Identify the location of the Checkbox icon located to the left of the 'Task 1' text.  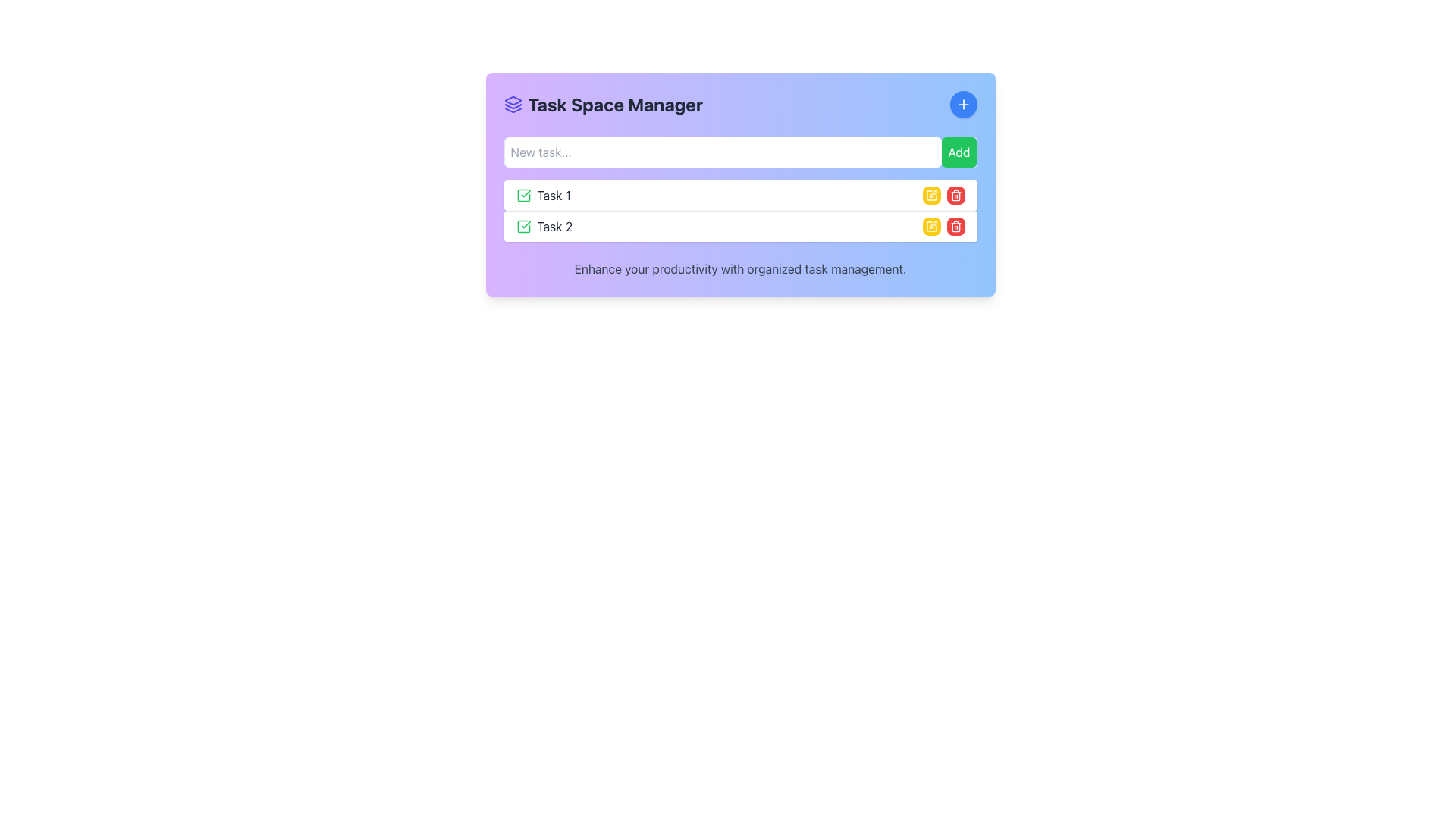
(523, 195).